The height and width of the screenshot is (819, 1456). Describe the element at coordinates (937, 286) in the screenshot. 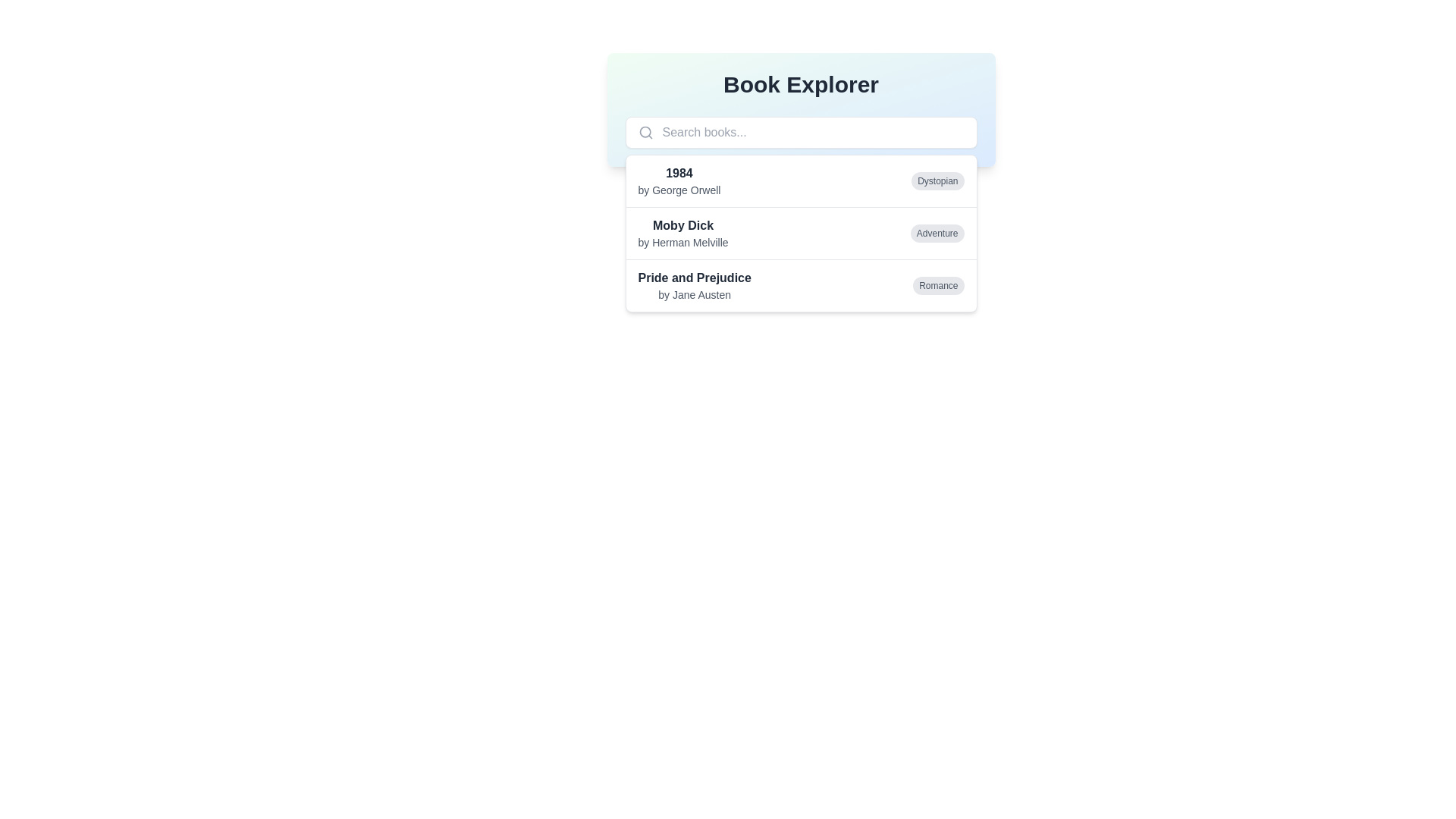

I see `the static label displaying 'Romance', which is a small rectangular badge with a light gray background and darker gray text, located at the far end of the row associated with 'Pride and Prejudice by Jane Austen'` at that location.